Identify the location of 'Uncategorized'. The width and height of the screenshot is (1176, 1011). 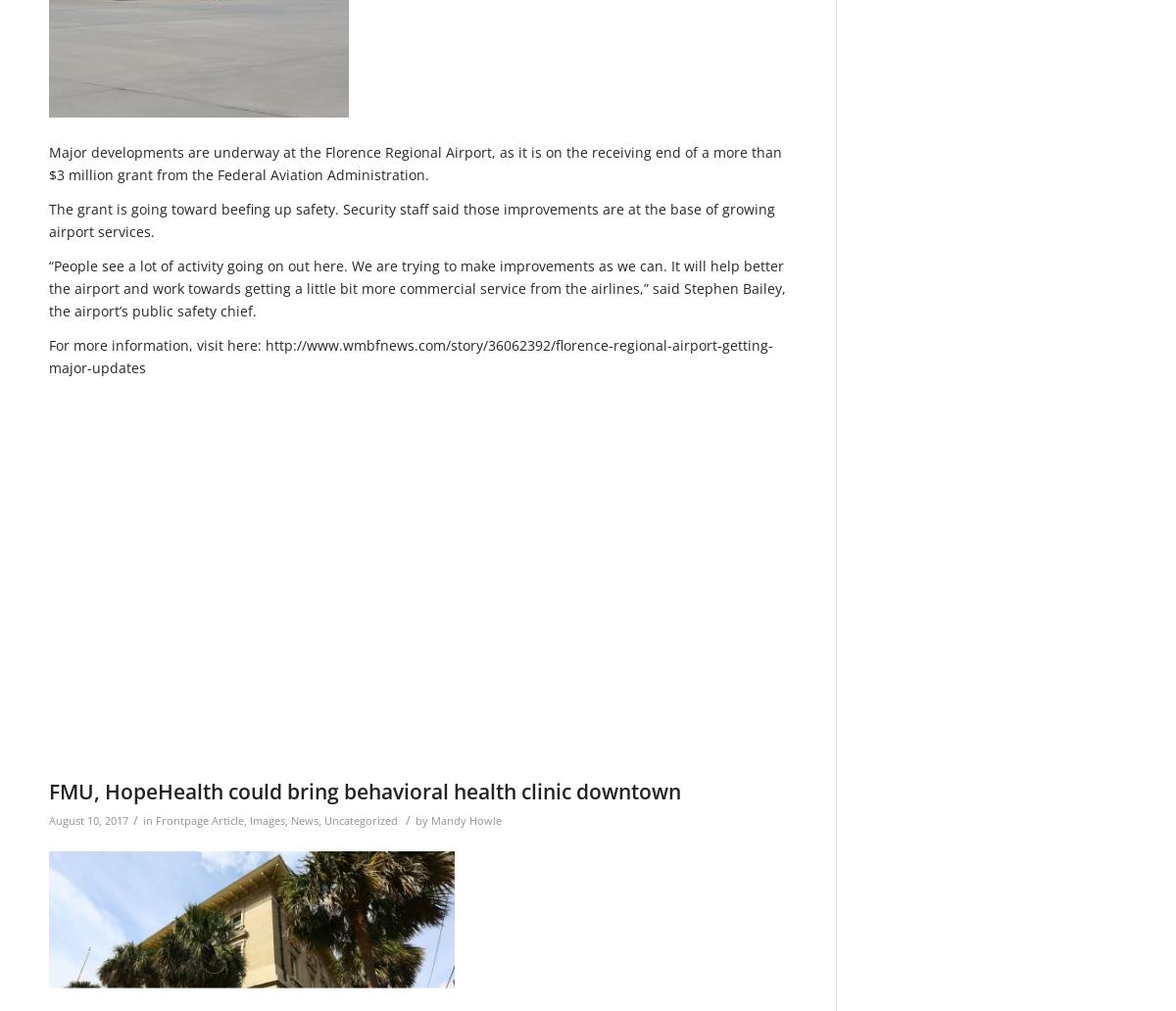
(361, 819).